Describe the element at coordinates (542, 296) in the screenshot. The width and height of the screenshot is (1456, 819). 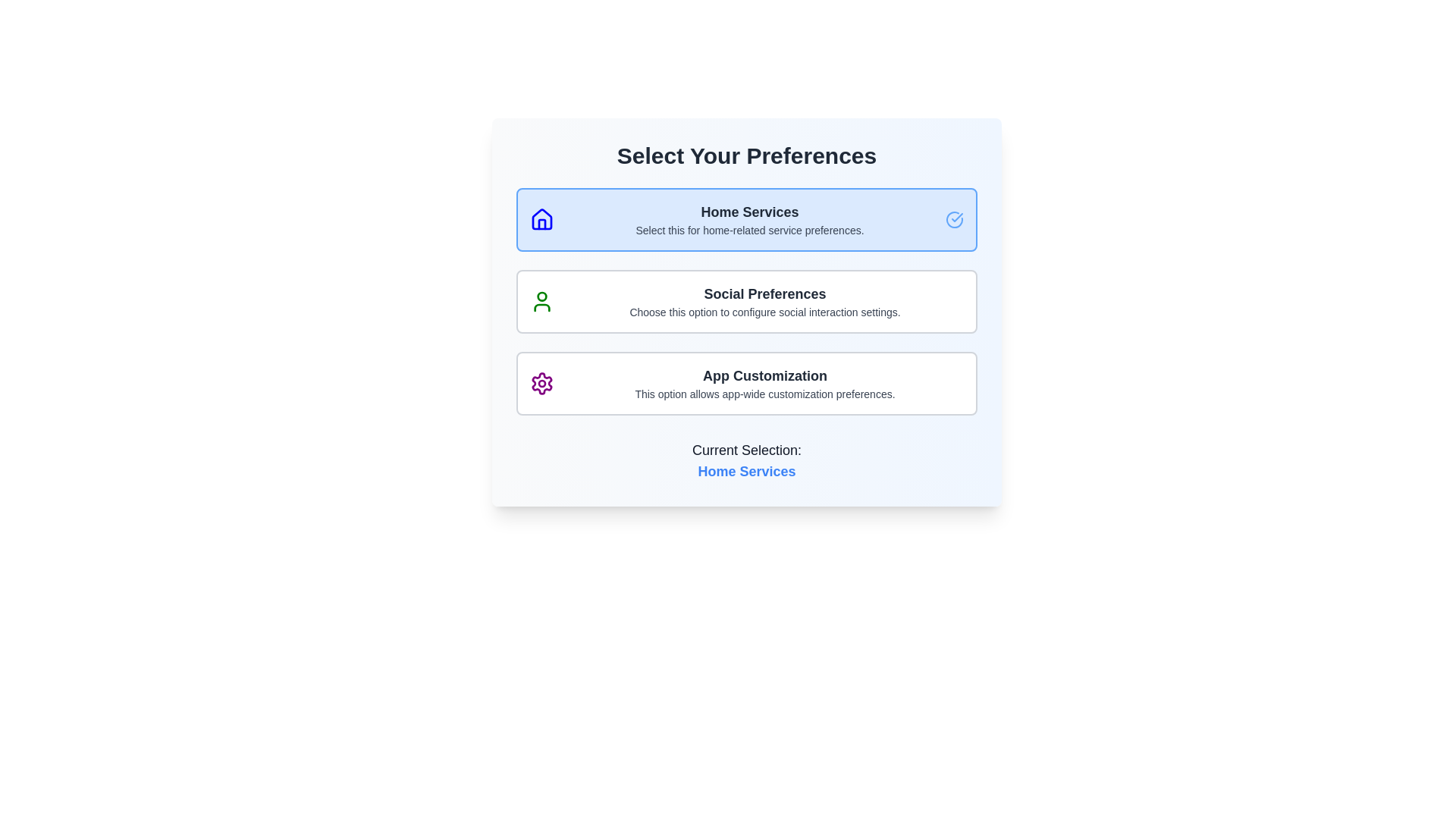
I see `the head icon of the user within the Social Preferences option, which is represented by an SVG circle element positioned centrally at the top of the user illustration` at that location.